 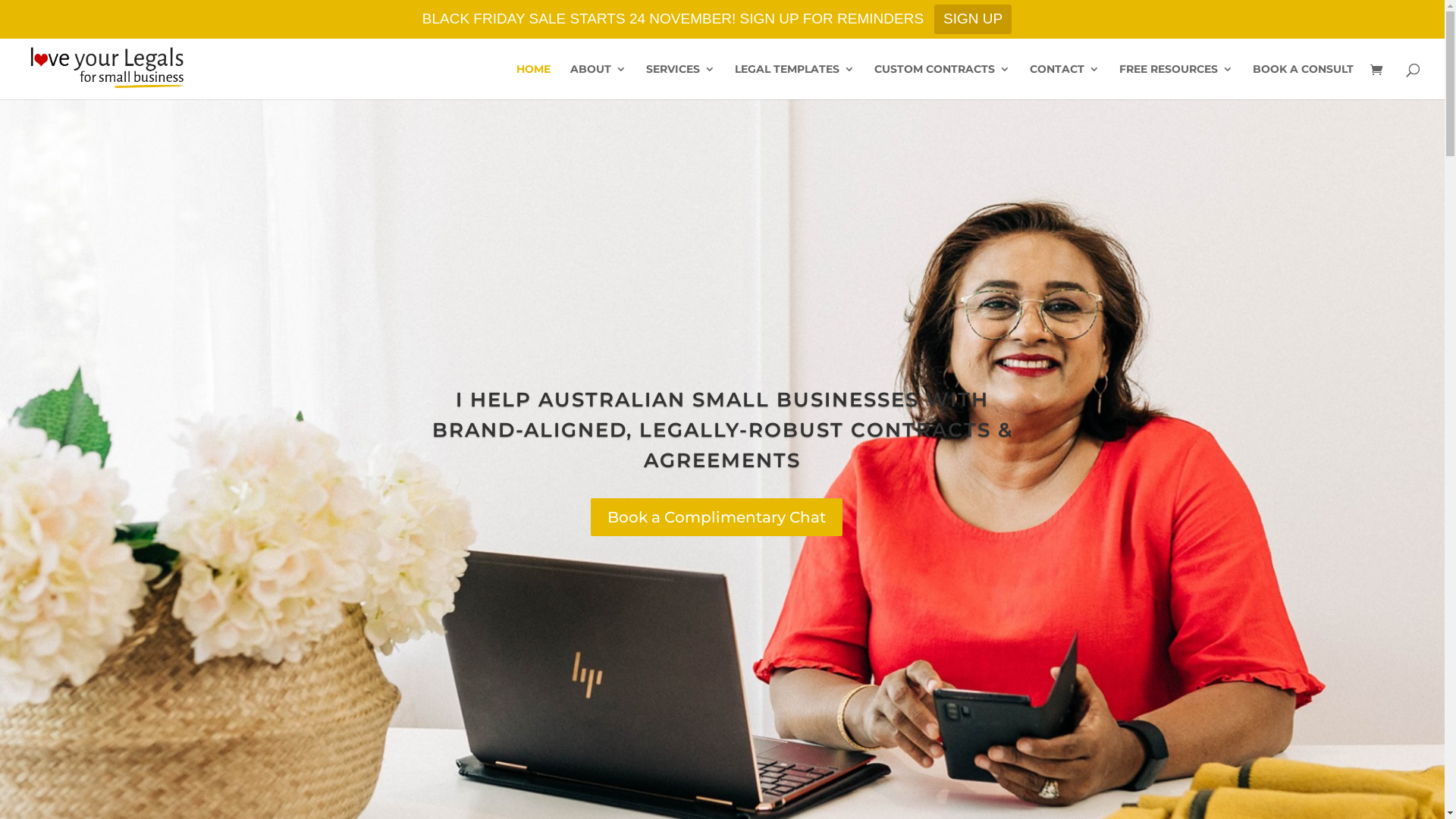 What do you see at coordinates (716, 516) in the screenshot?
I see `'Book a Complimentary Chat'` at bounding box center [716, 516].